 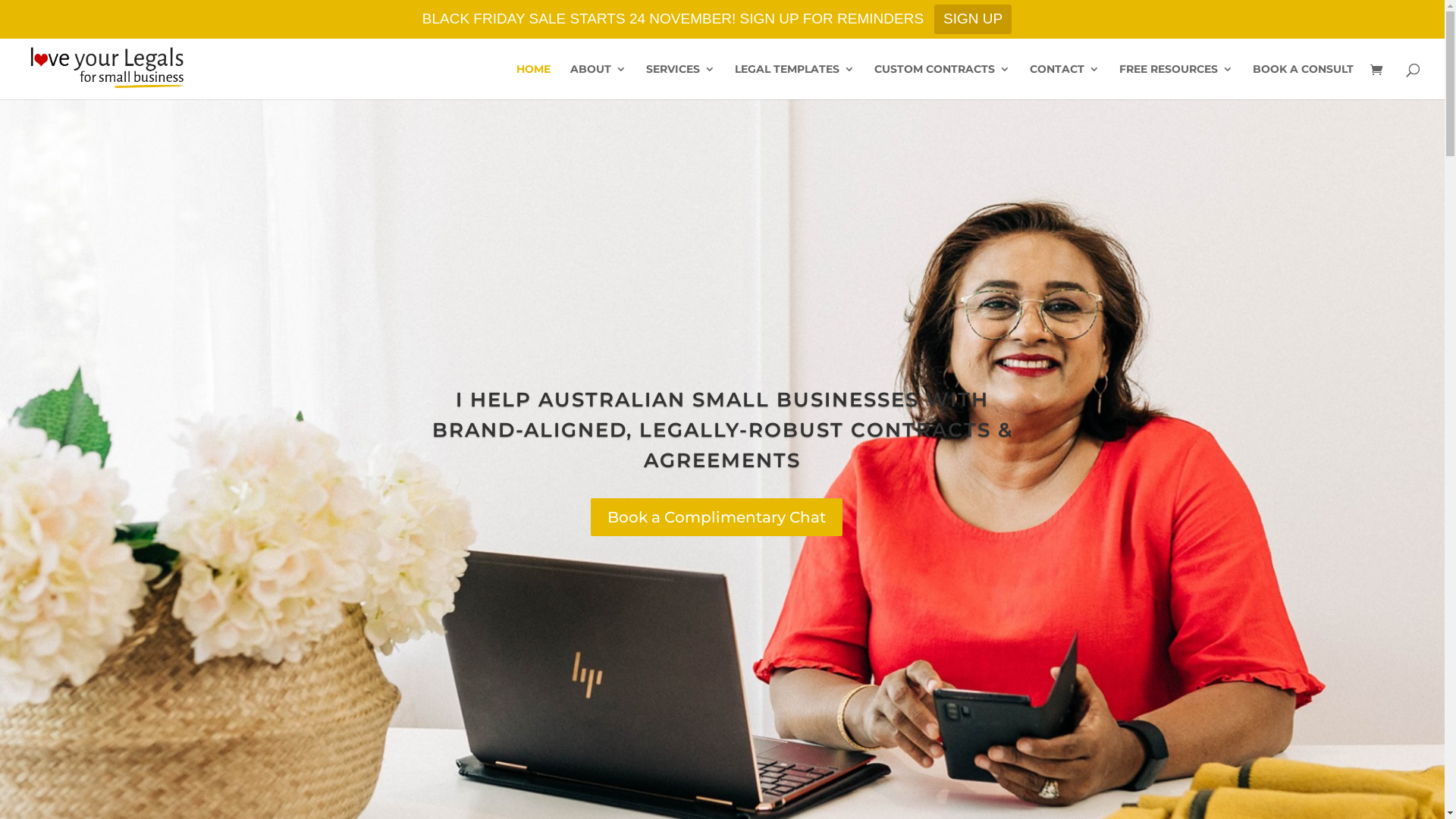 What do you see at coordinates (716, 516) in the screenshot?
I see `'Book a Complimentary Chat'` at bounding box center [716, 516].